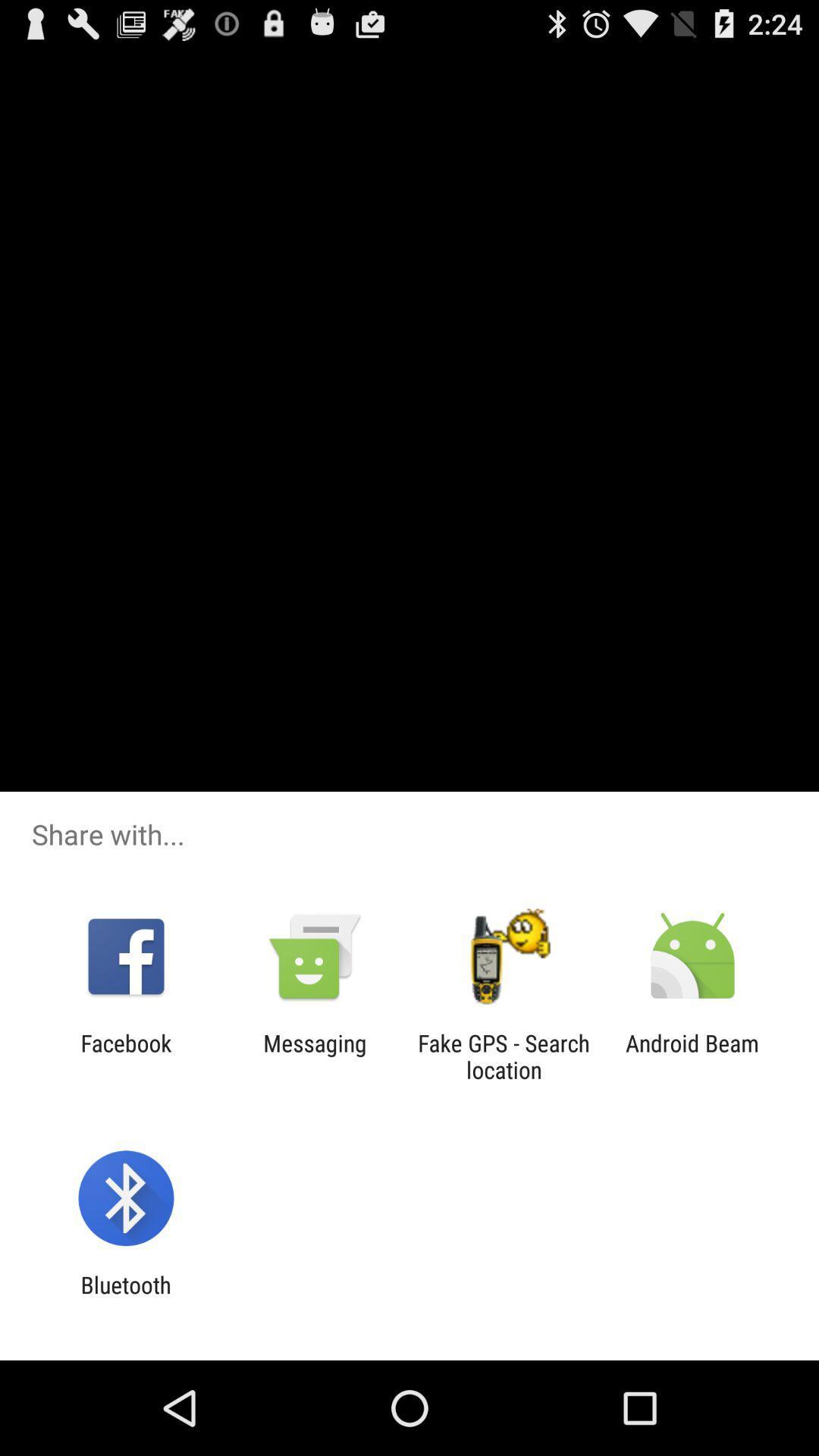 The width and height of the screenshot is (819, 1456). I want to click on the item to the right of the facebook icon, so click(314, 1056).